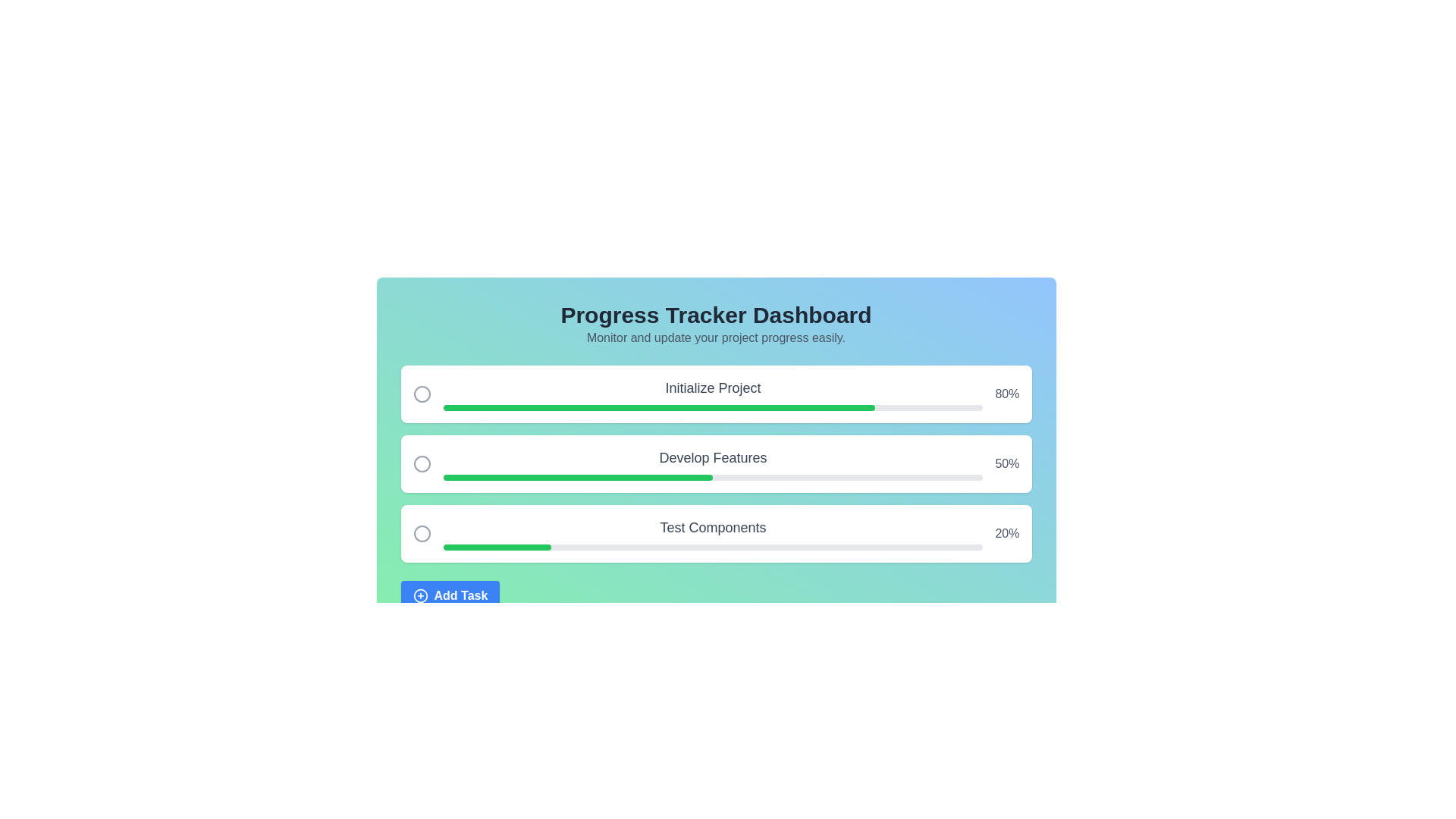  I want to click on the progress bars within the Dashboard overview panel, so click(715, 455).